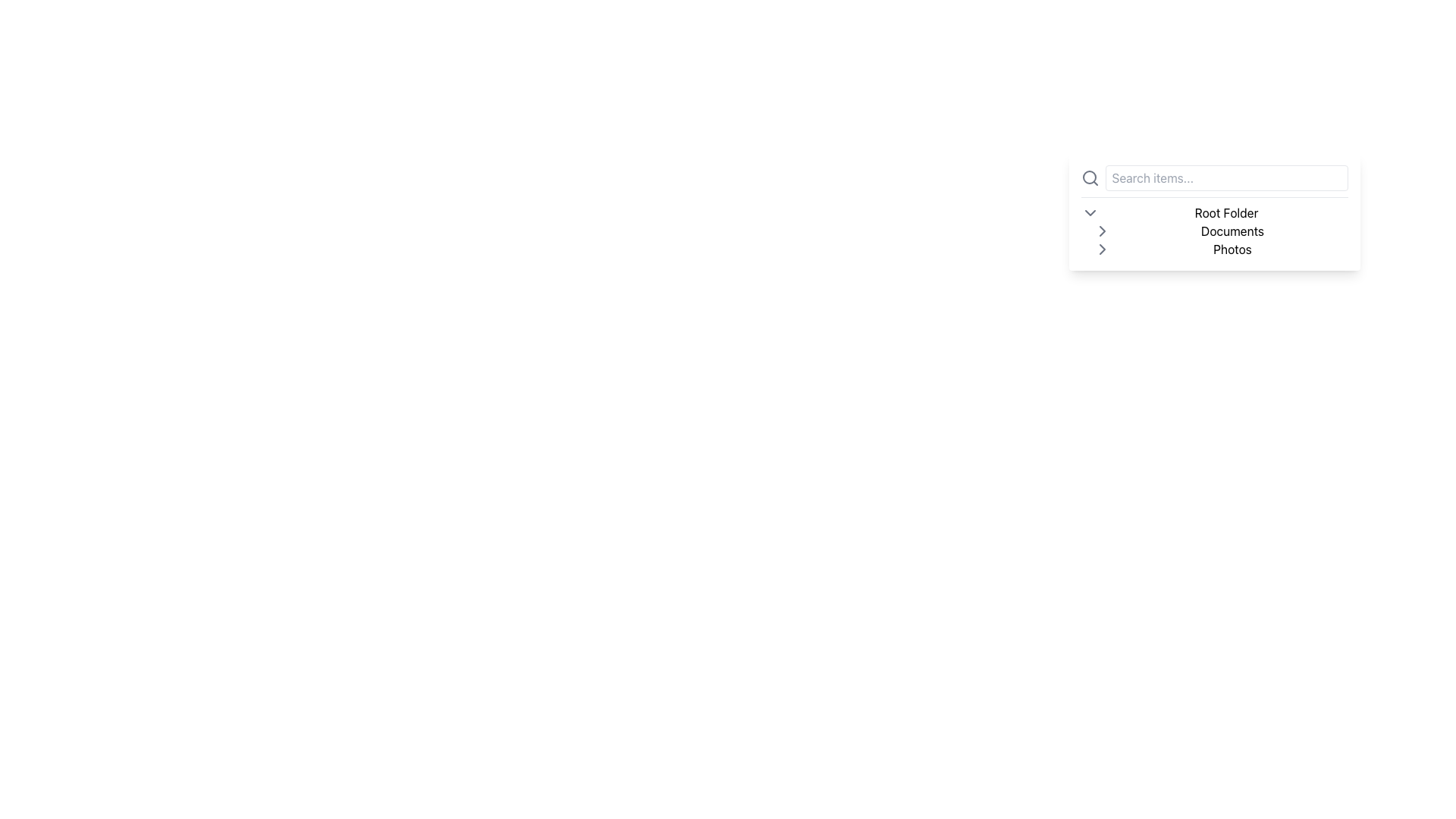 Image resolution: width=1456 pixels, height=819 pixels. I want to click on the Breadcrumb navigation containing 'Root Folder', 'Documents', and 'Photos', so click(1214, 212).